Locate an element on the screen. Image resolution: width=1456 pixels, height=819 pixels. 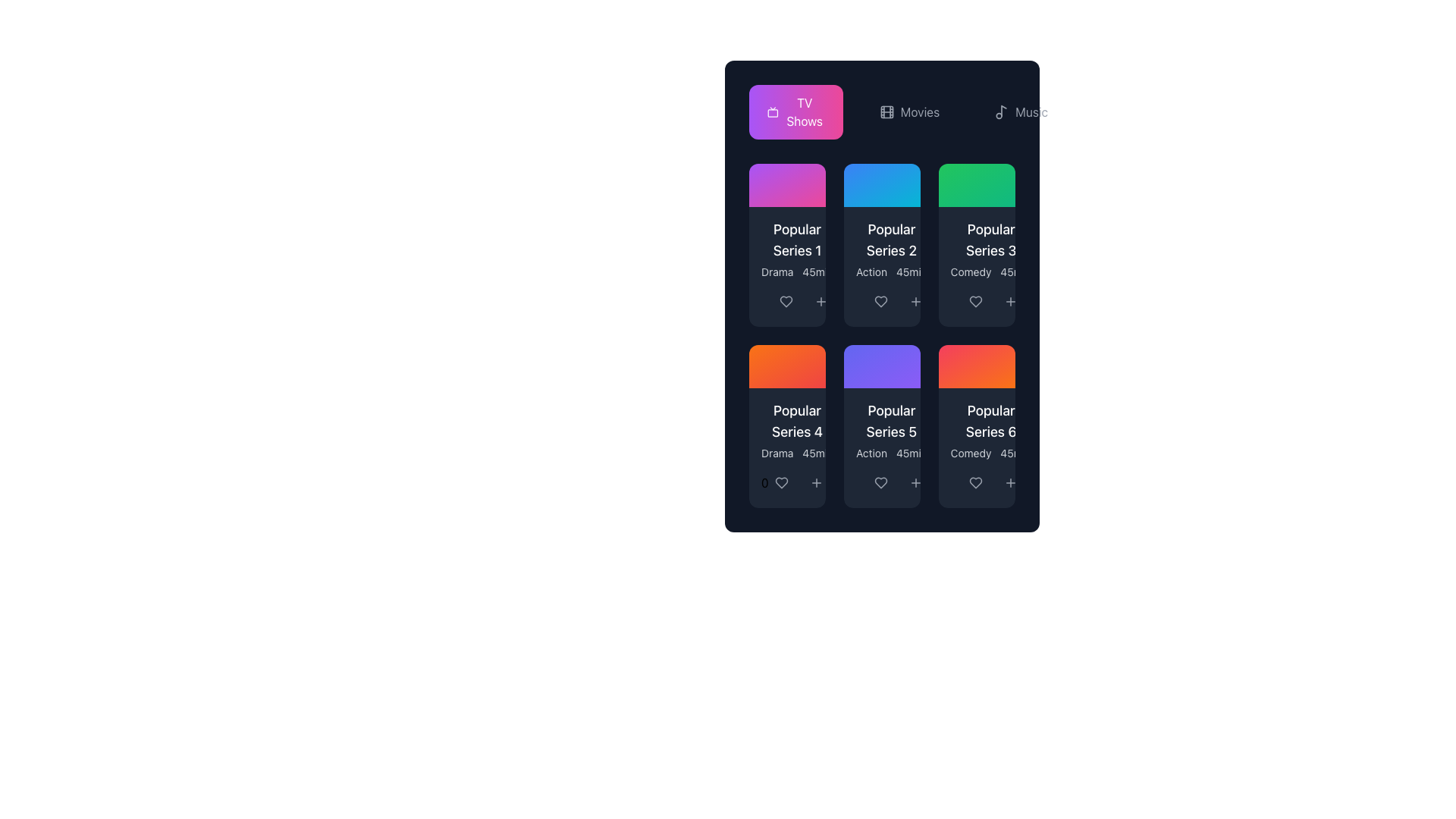
the small TV icon with a purple gradient background, which is part of the 'TV Shows' button located at the top-left corner of the interface is located at coordinates (773, 111).